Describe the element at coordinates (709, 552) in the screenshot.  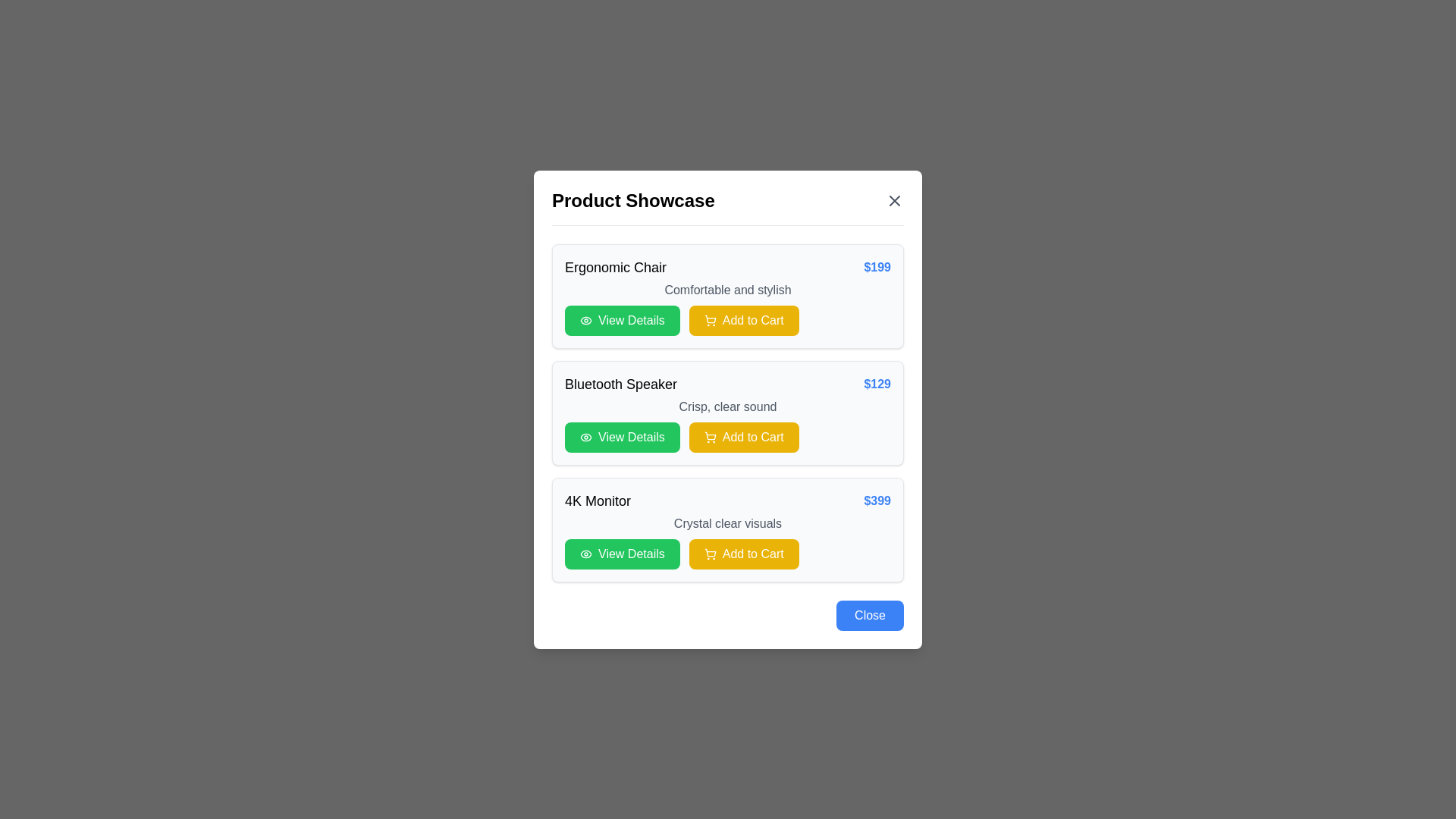
I see `the shopping cart icon located to the right of the 'Add to Cart' button for the '4K Monitor' item in the product showcase dialog` at that location.